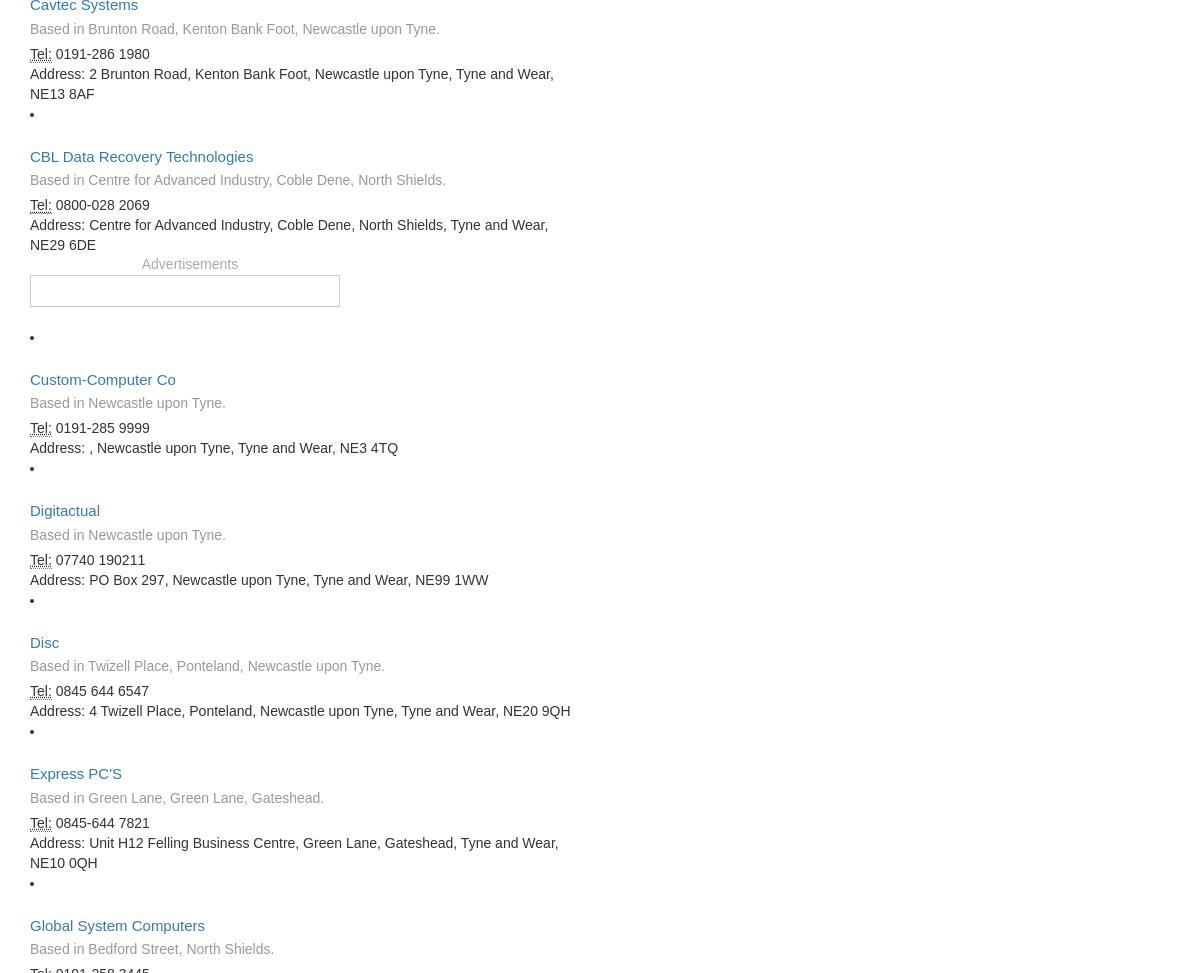  I want to click on 'Express PC'S', so click(75, 772).